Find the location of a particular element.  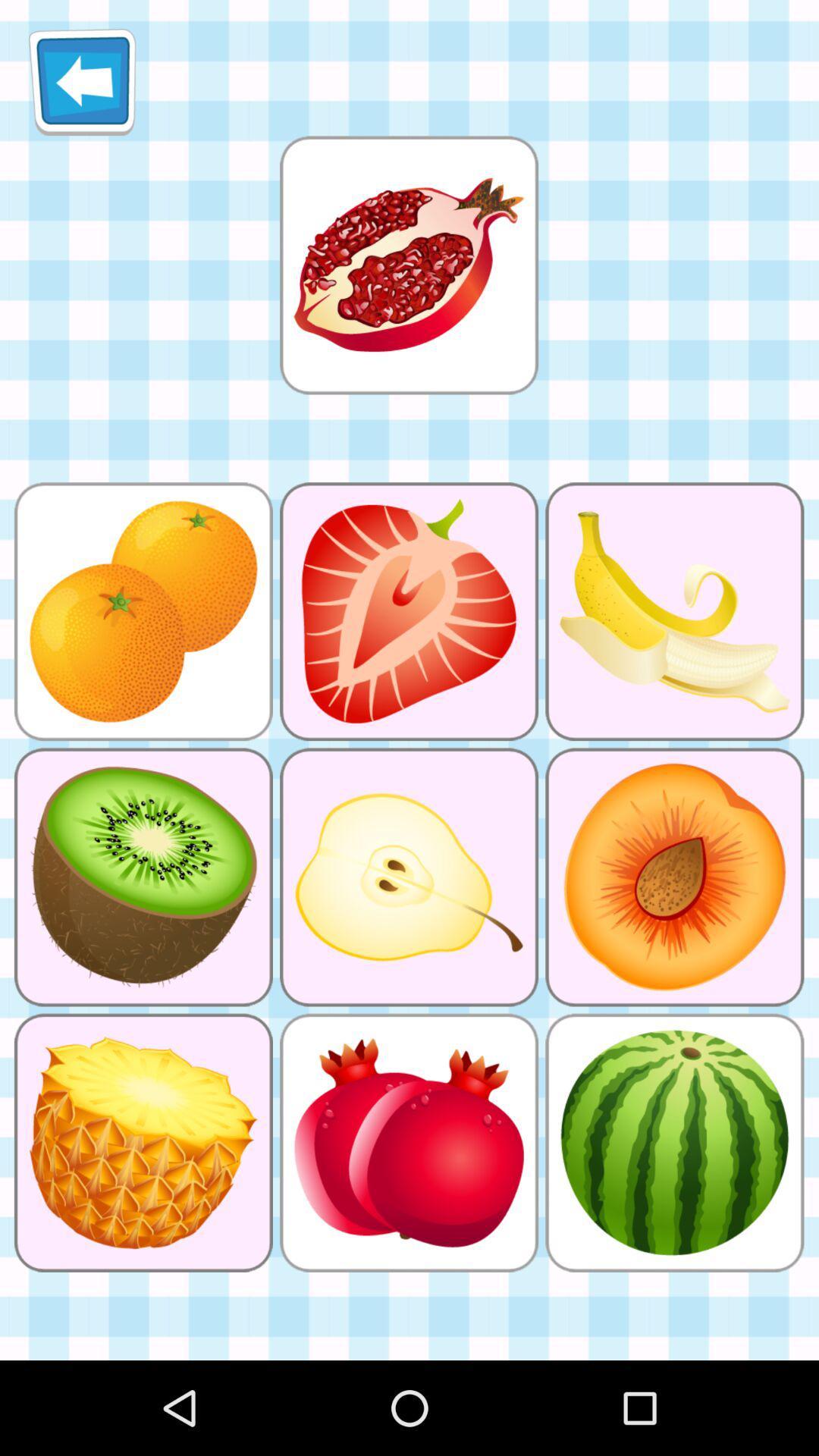

go back is located at coordinates (82, 81).